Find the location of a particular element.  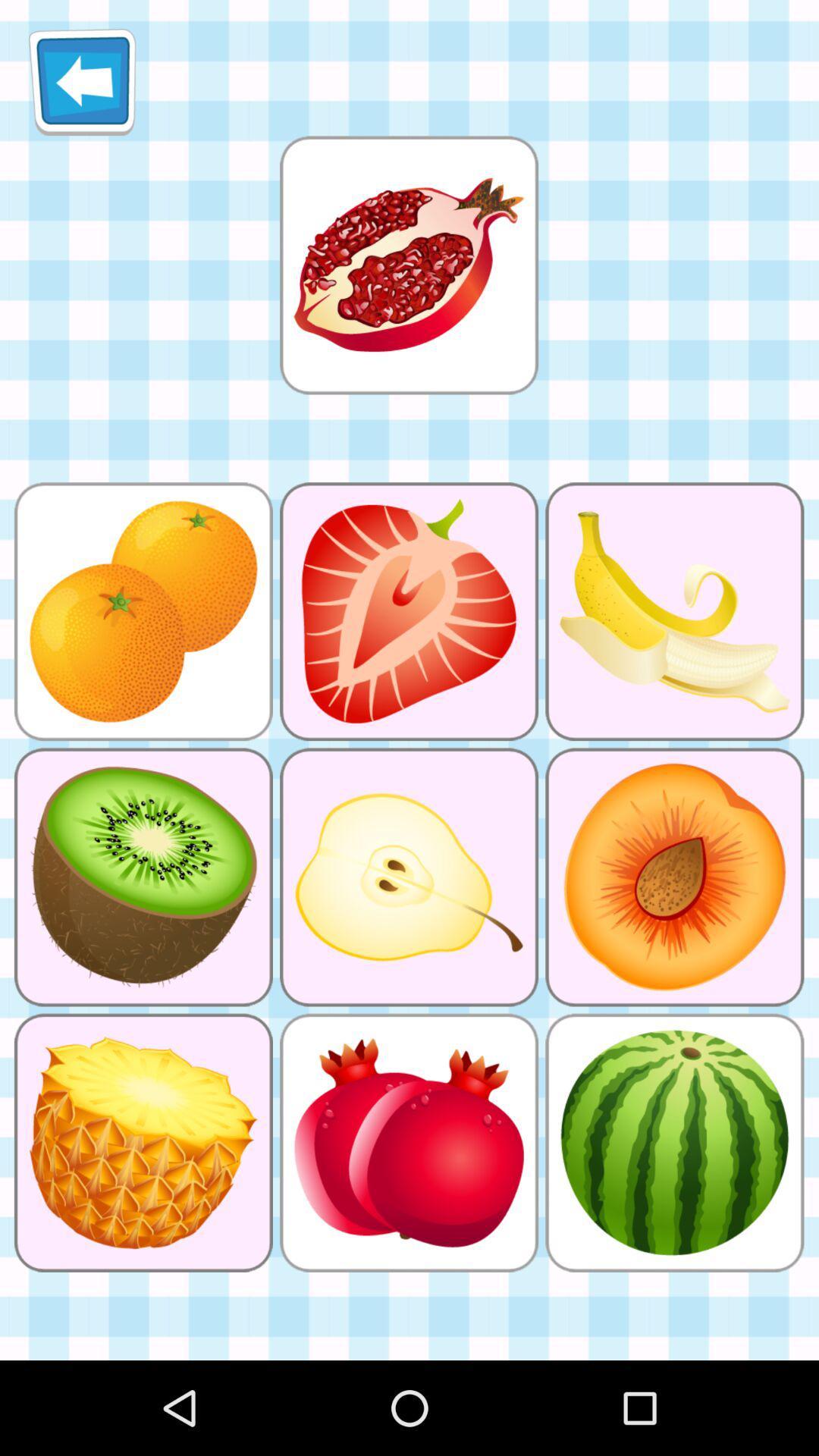

go back is located at coordinates (82, 81).